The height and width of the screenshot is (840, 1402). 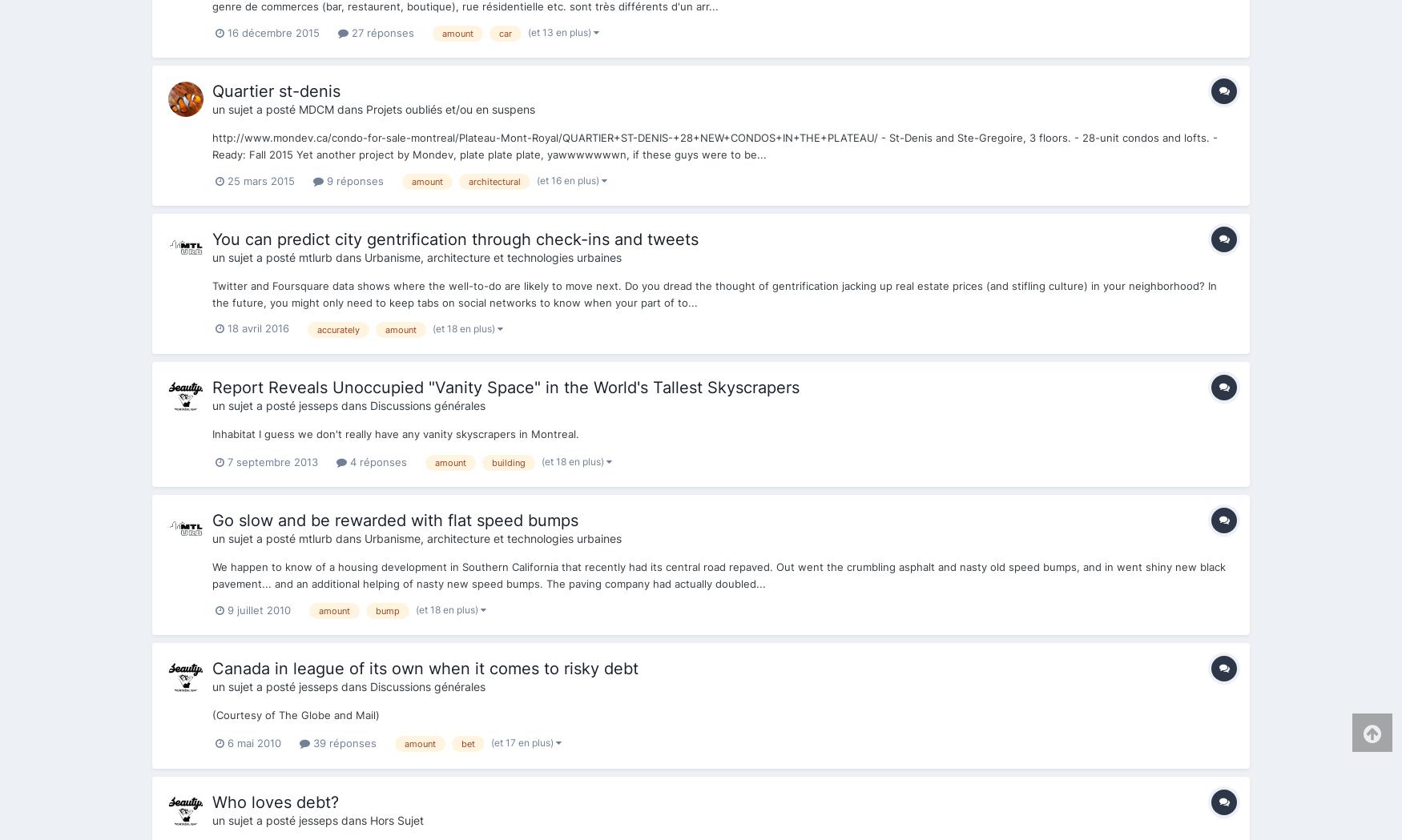 What do you see at coordinates (272, 460) in the screenshot?
I see `'7 septembre 2013'` at bounding box center [272, 460].